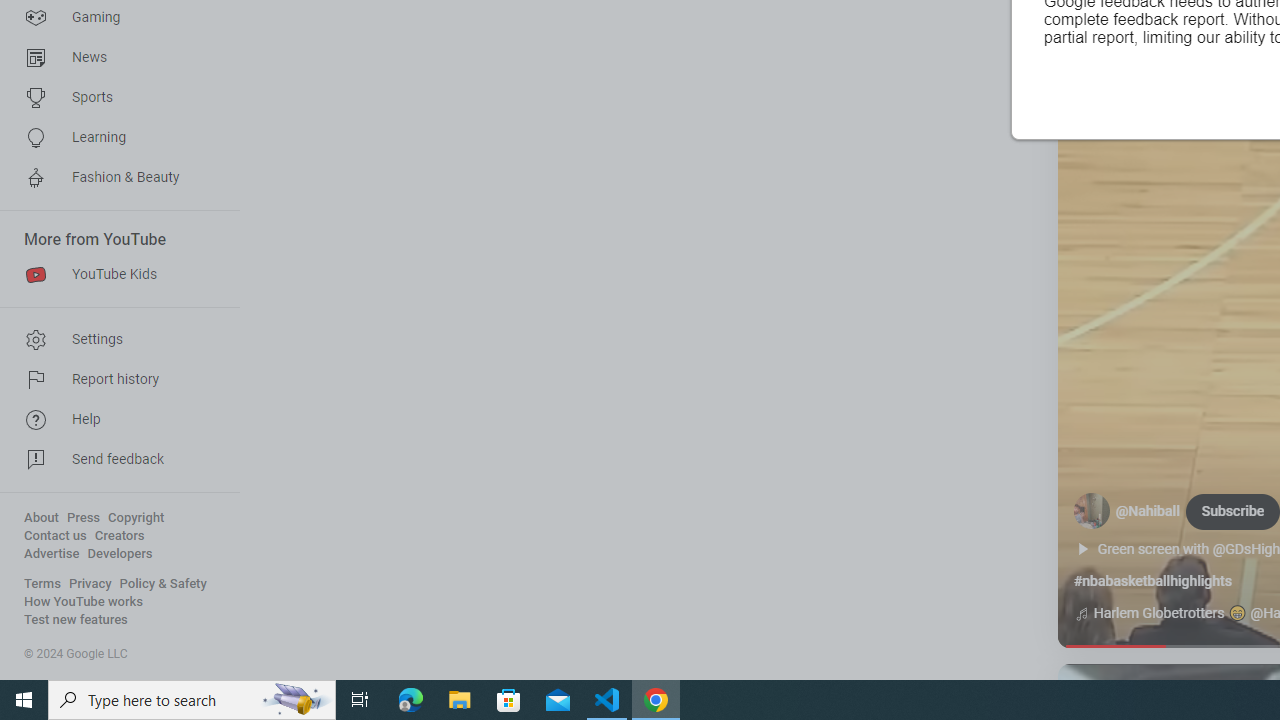 The height and width of the screenshot is (720, 1280). I want to click on 'About', so click(41, 517).